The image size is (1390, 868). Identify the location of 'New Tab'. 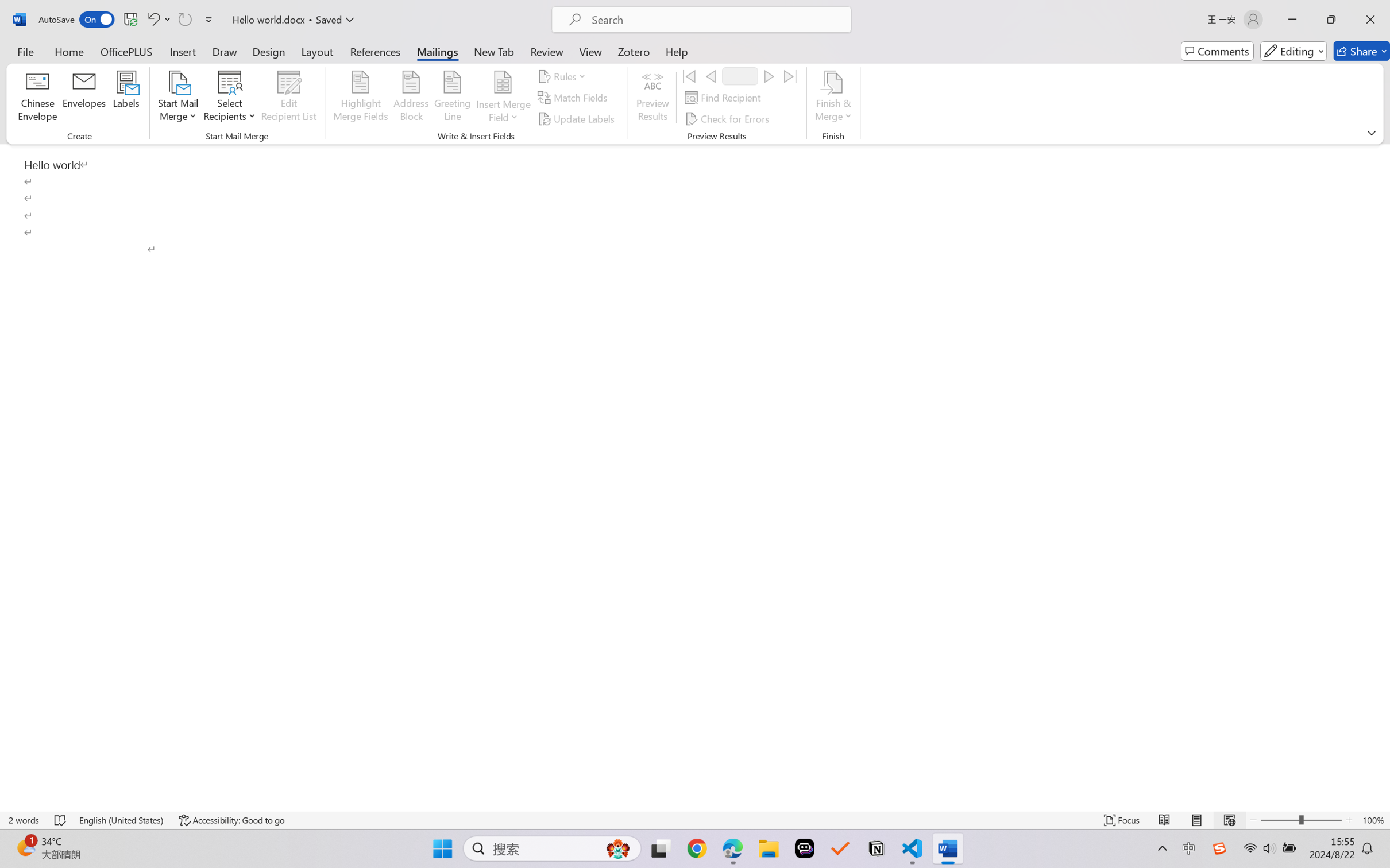
(493, 51).